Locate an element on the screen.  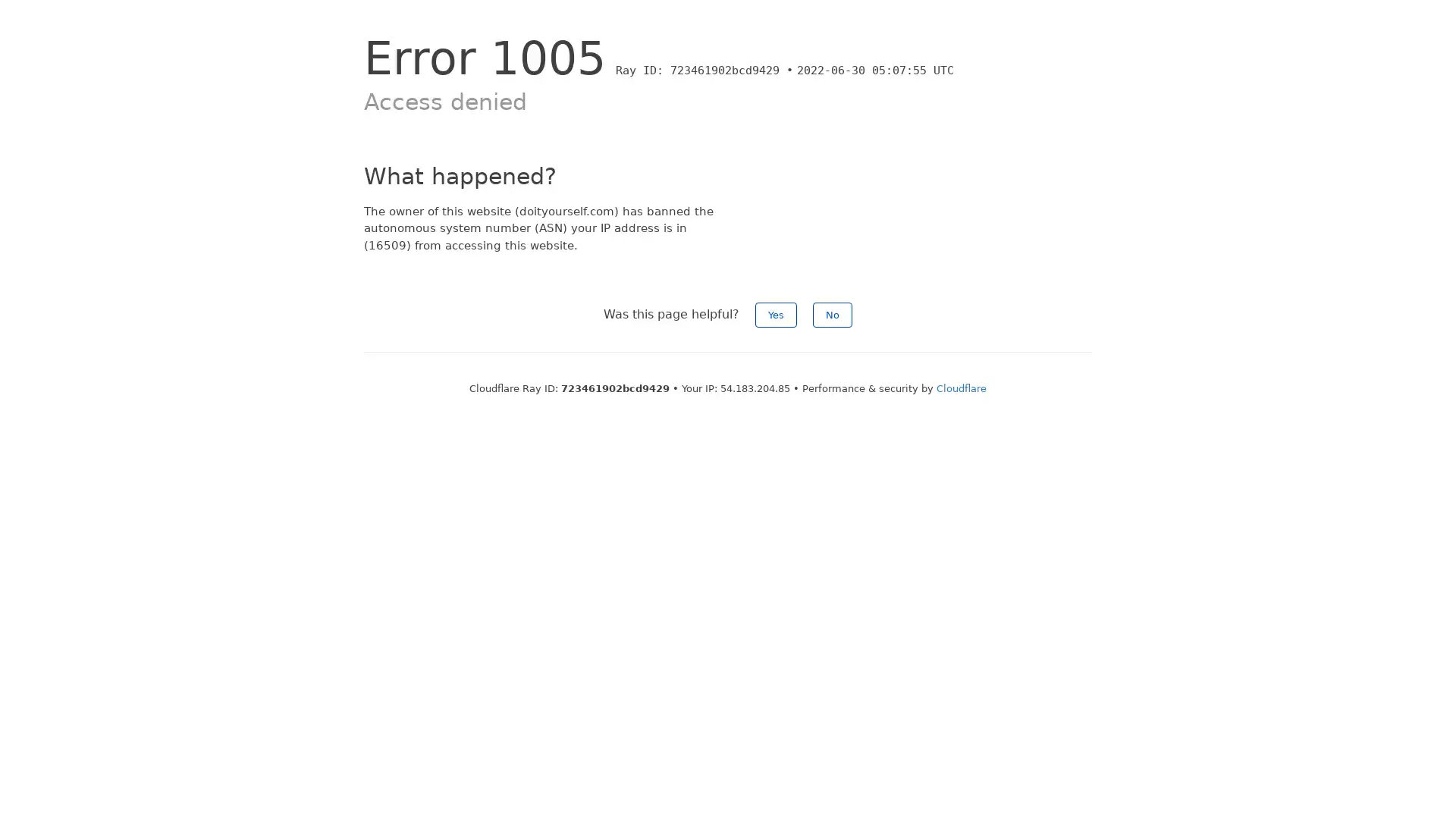
Yes is located at coordinates (776, 314).